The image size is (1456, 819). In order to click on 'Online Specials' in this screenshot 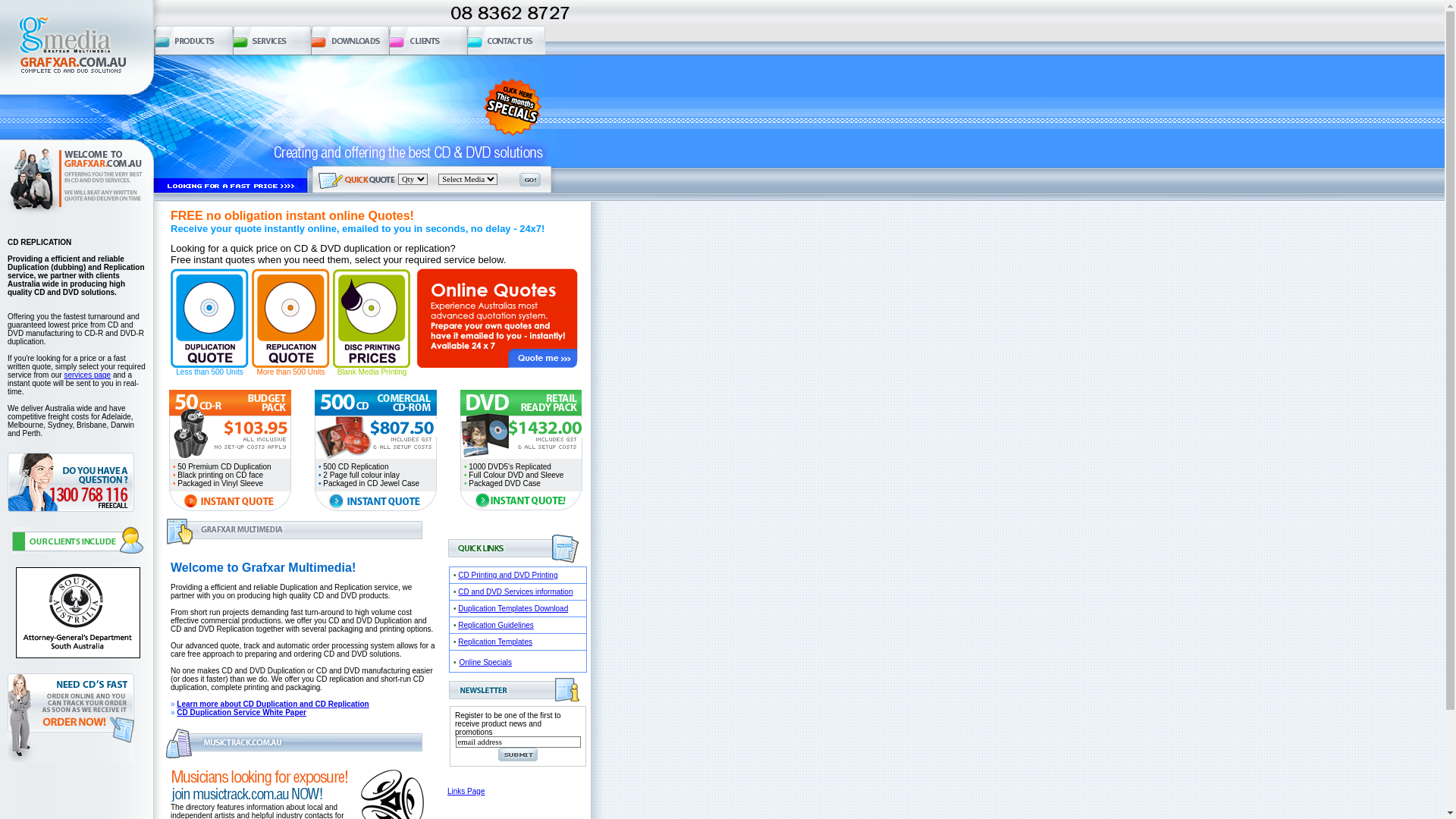, I will do `click(458, 661)`.